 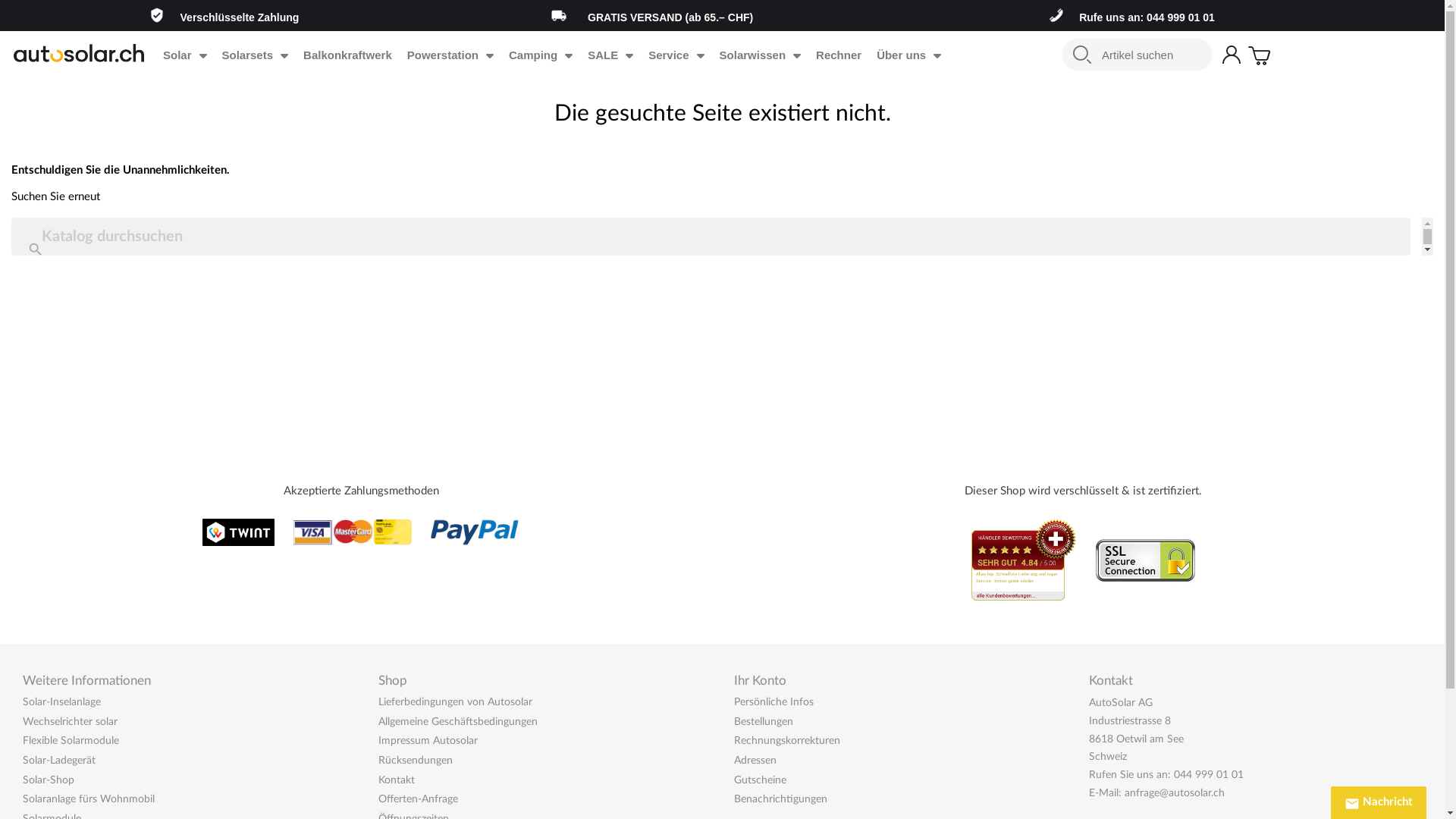 I want to click on 'Service', so click(x=675, y=55).